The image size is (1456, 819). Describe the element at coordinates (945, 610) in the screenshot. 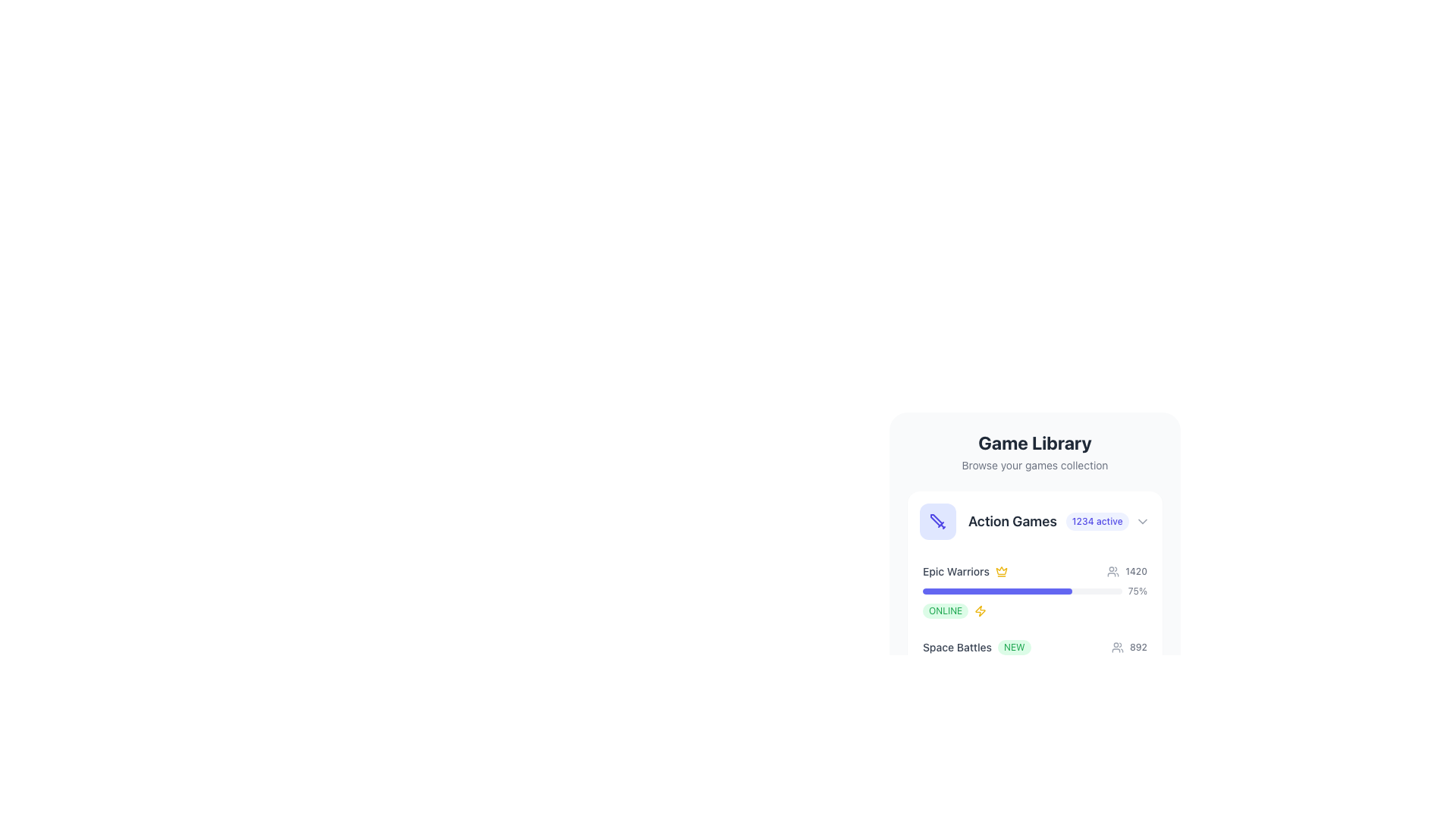

I see `the 'ONLINE' status badge, which is a small badge with a green font on a light green background, located within the 'Game Library' section under the 'Epic Warriors' game row` at that location.